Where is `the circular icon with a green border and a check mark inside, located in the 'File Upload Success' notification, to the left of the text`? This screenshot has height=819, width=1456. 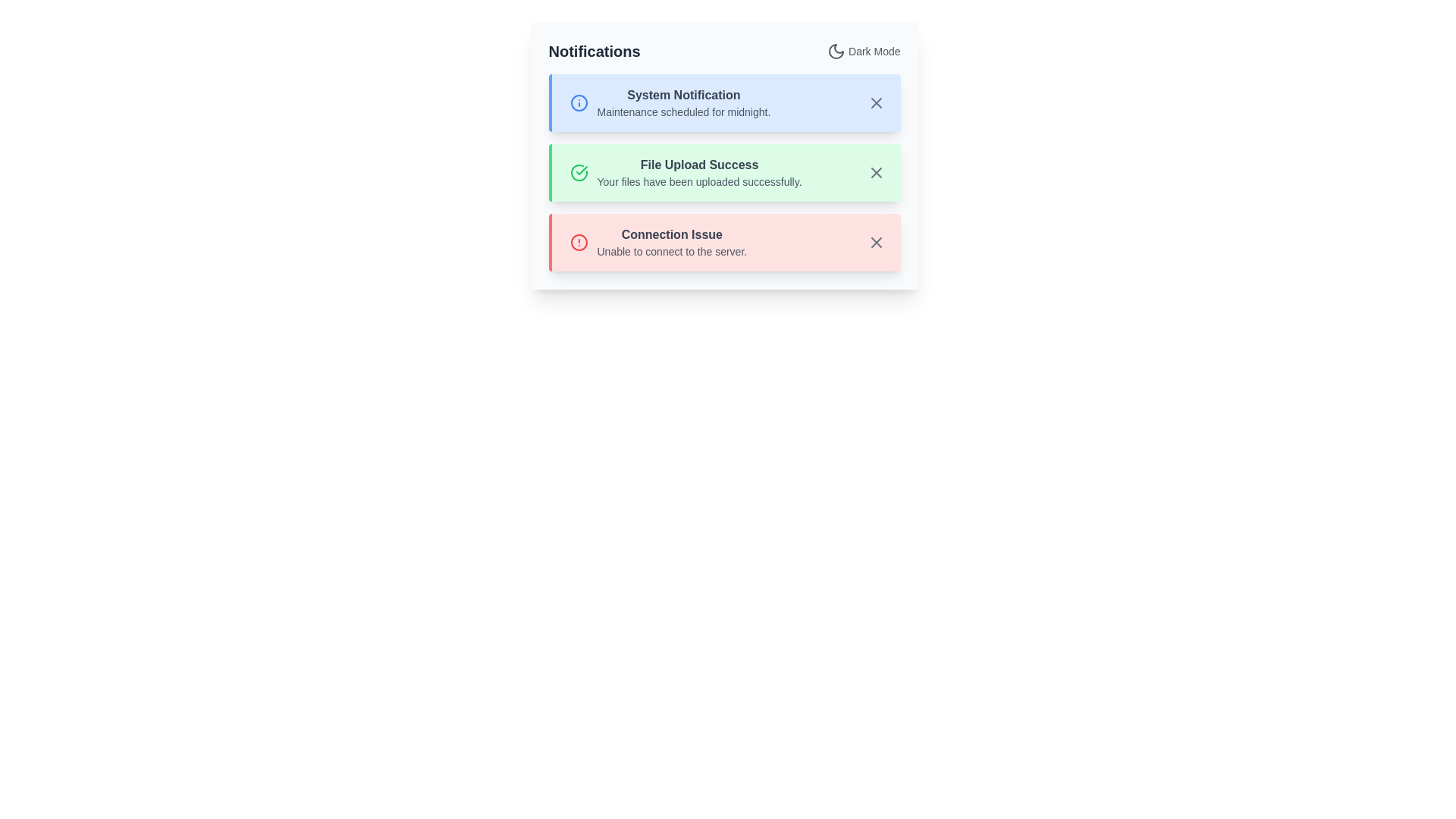 the circular icon with a green border and a check mark inside, located in the 'File Upload Success' notification, to the left of the text is located at coordinates (578, 171).